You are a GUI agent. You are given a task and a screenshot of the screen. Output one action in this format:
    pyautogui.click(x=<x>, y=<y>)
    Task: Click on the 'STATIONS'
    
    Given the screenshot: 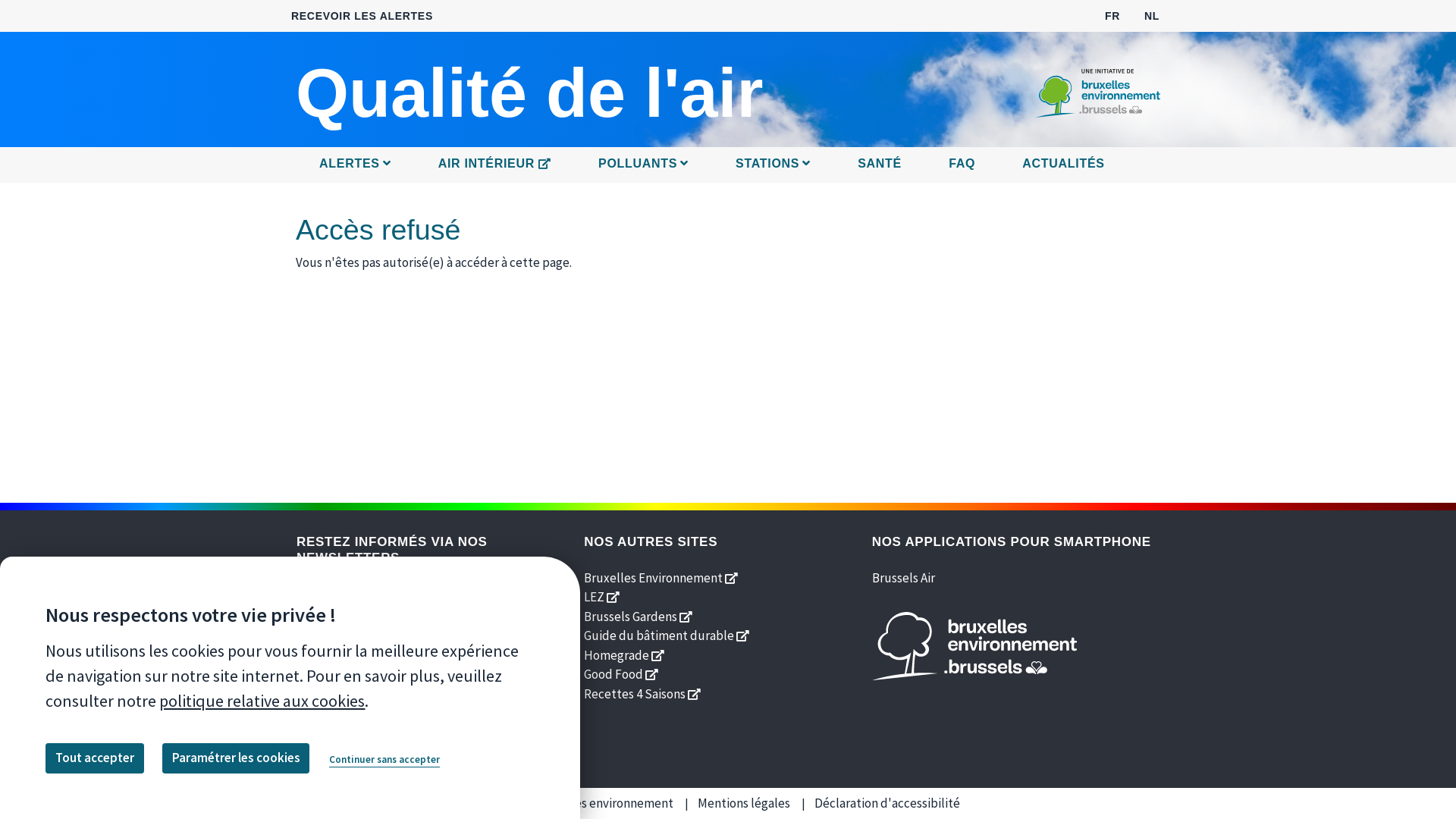 What is the action you would take?
    pyautogui.click(x=773, y=165)
    